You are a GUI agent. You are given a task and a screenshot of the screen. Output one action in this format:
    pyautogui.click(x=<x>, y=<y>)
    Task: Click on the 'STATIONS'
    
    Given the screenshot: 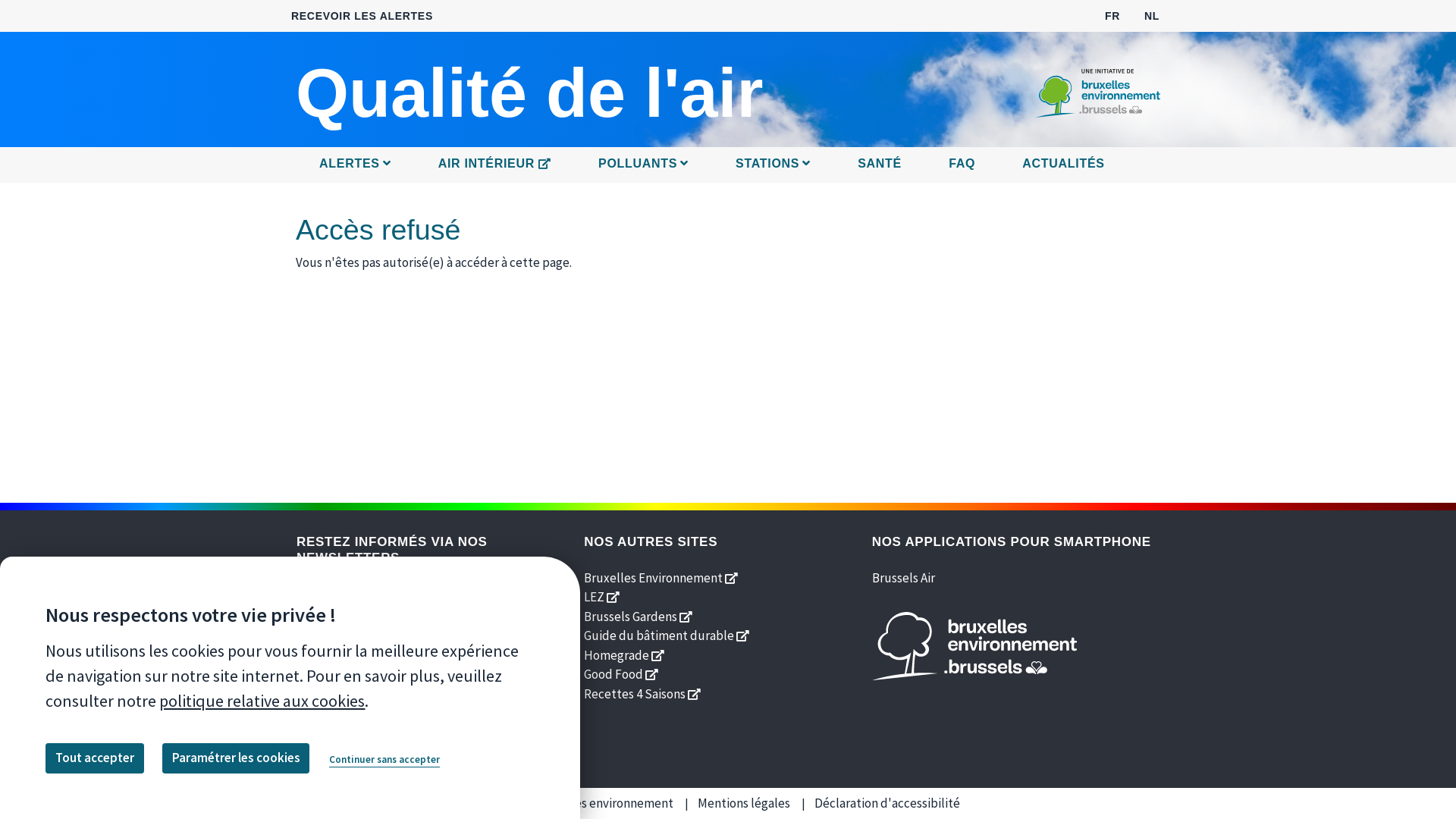 What is the action you would take?
    pyautogui.click(x=773, y=165)
    